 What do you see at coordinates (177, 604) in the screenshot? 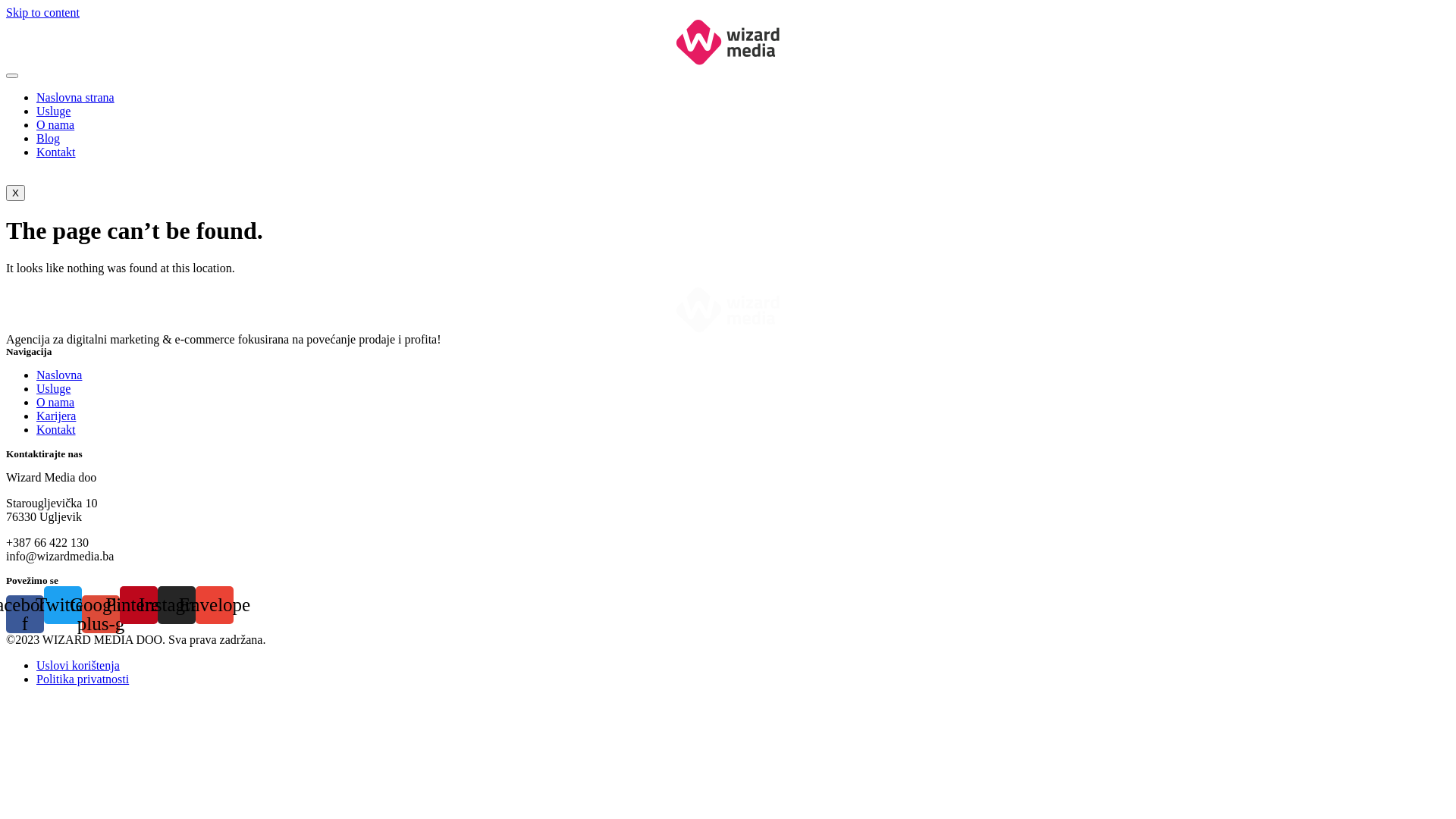
I see `'Instagram'` at bounding box center [177, 604].